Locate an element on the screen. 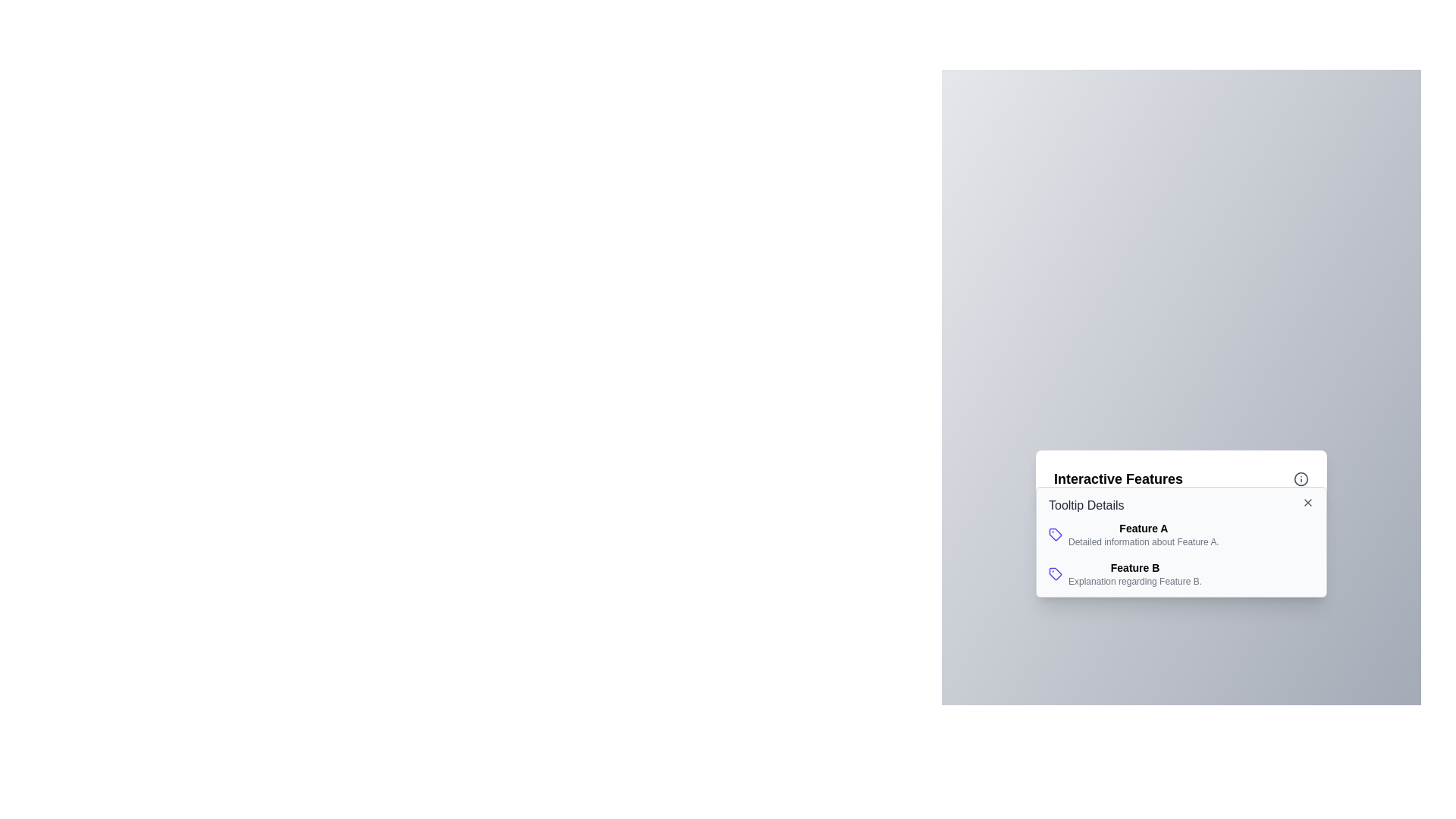  the 'Interactive Features' heading with an informational icon is located at coordinates (1181, 479).